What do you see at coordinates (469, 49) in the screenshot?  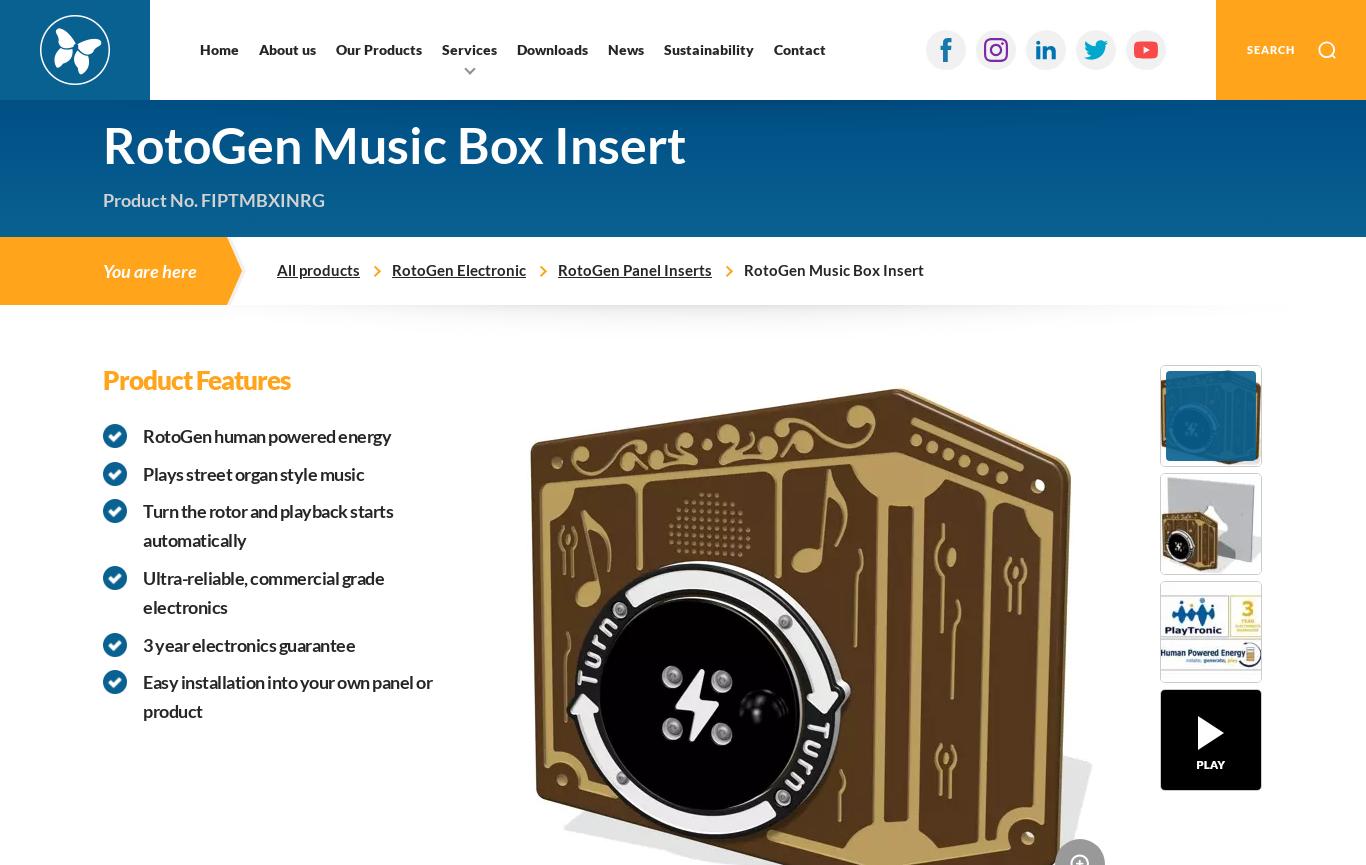 I see `'Services'` at bounding box center [469, 49].